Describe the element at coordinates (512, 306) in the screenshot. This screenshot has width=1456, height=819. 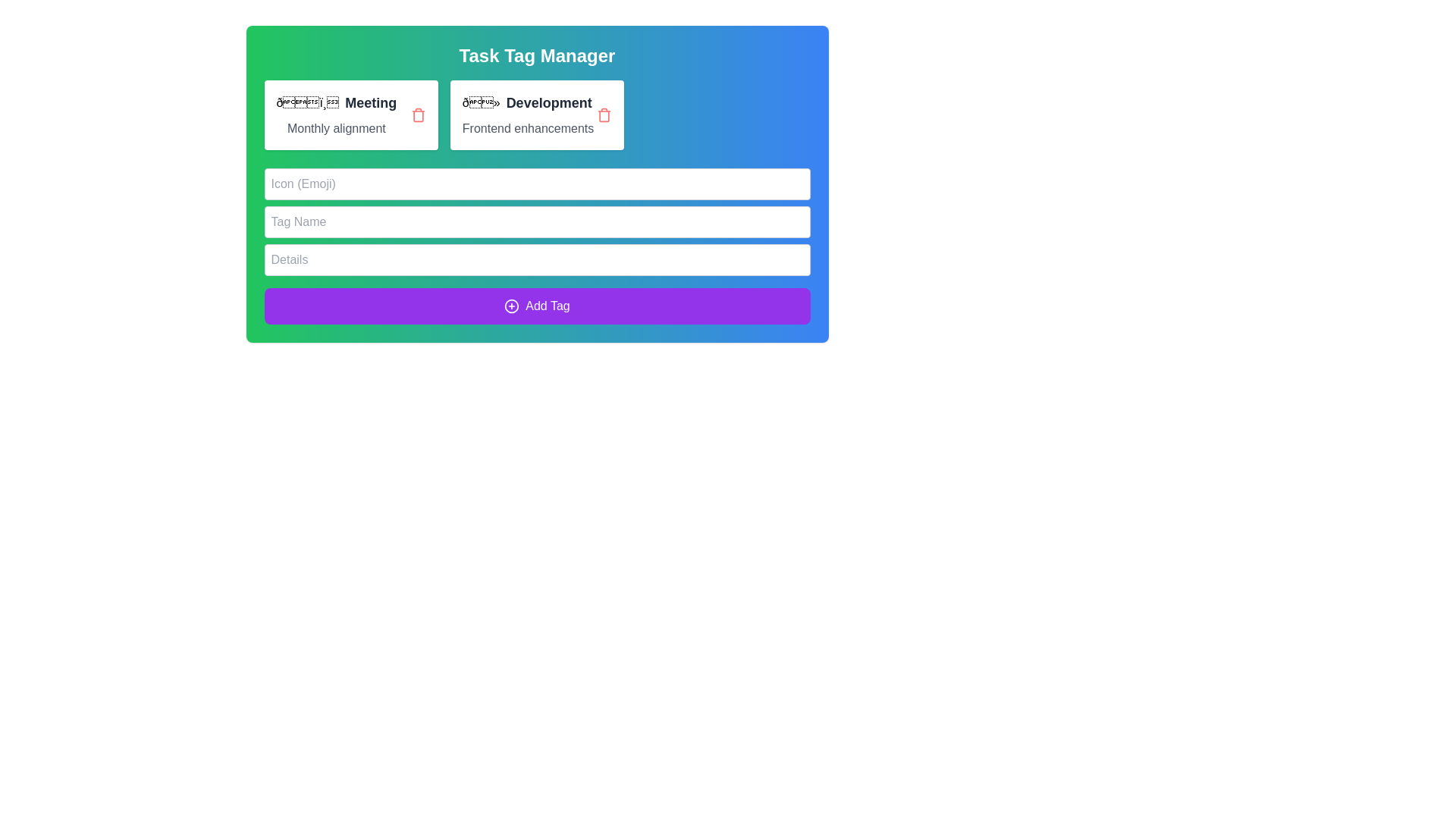
I see `the circular purple icon with a plus sign inside it, located to the left of the text in the 'Add Tag' button at the bottom center of the interface` at that location.